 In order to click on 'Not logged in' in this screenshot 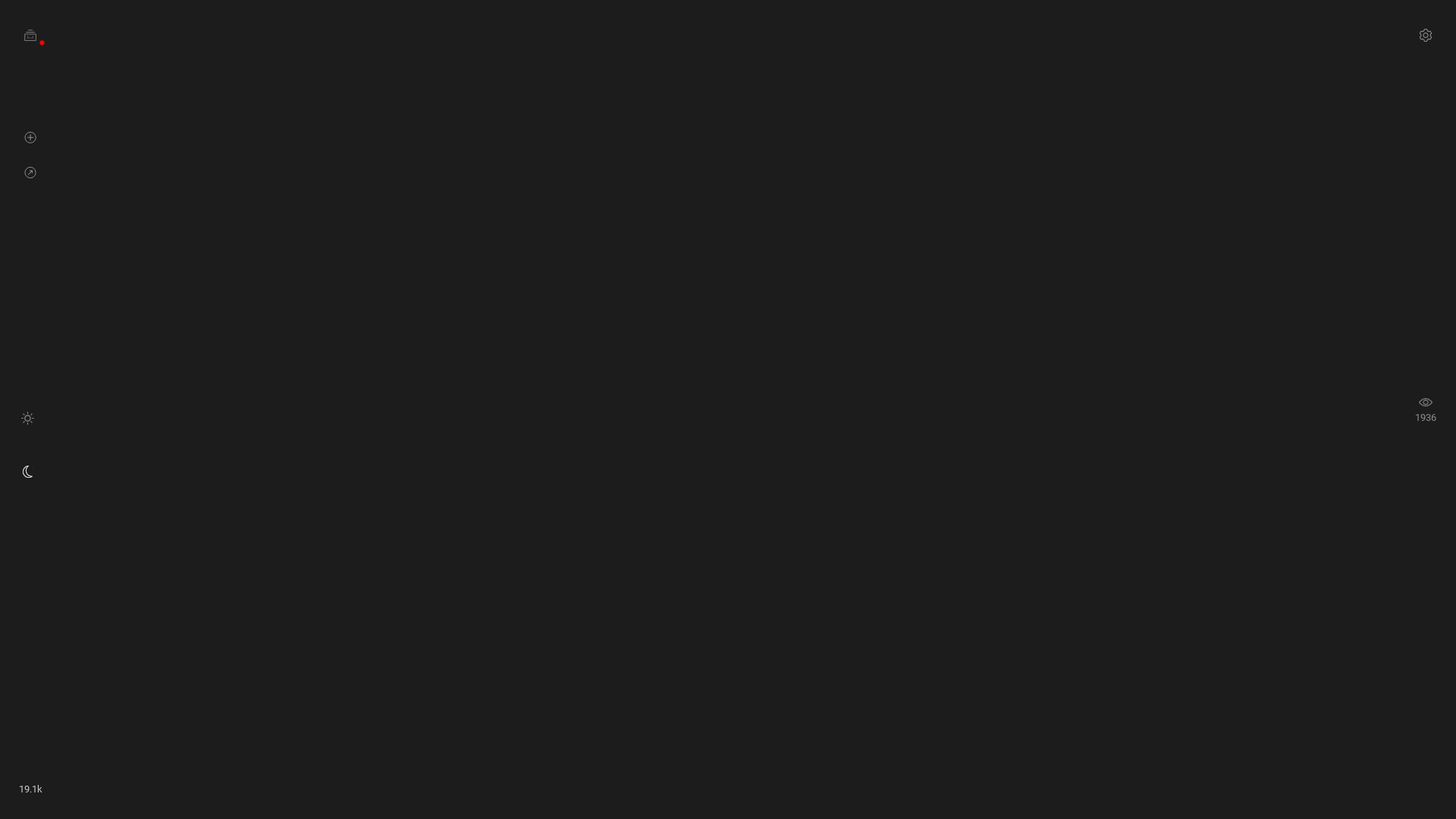, I will do `click(42, 41)`.